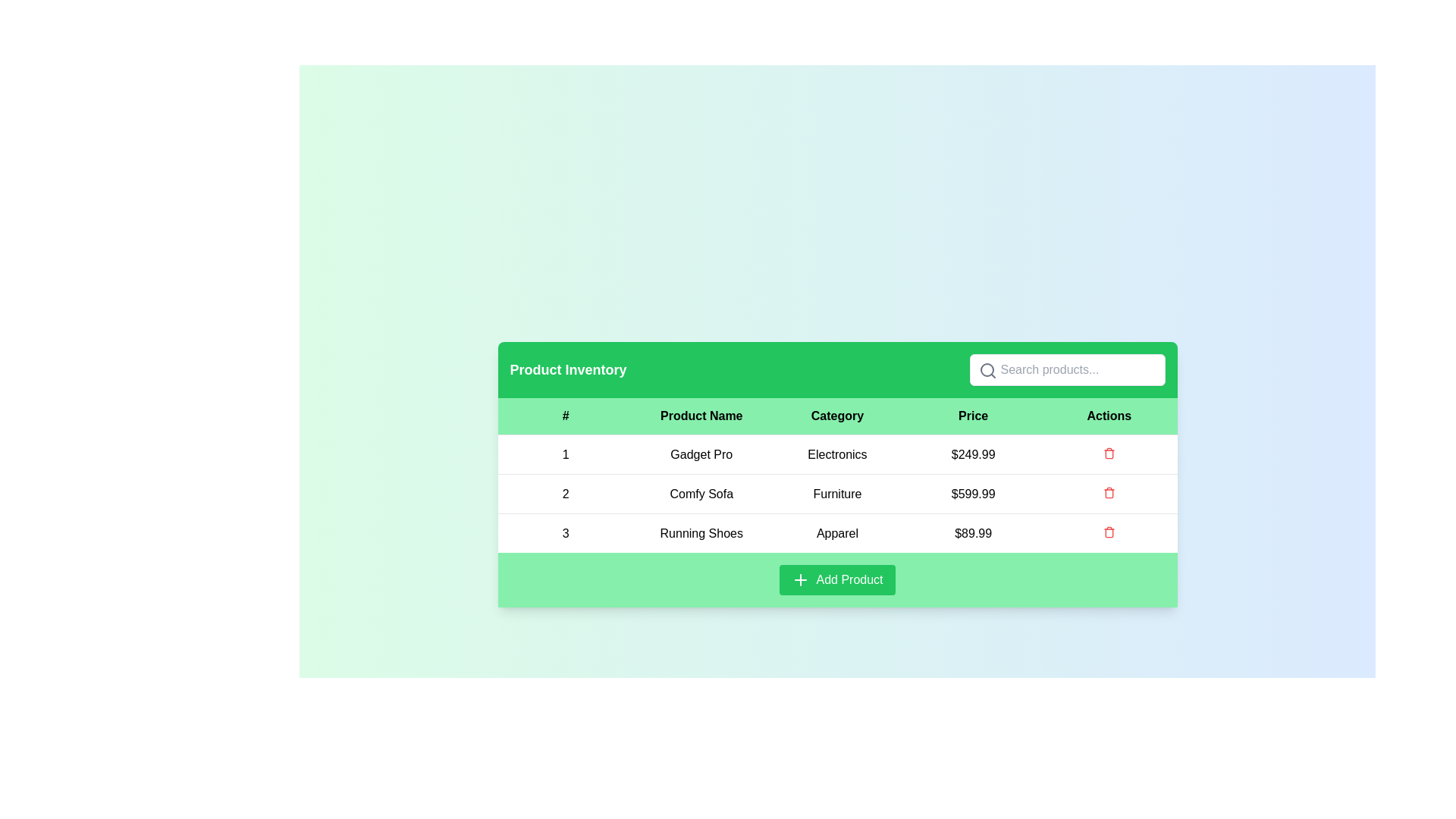 This screenshot has height=819, width=1456. I want to click on the search bar located in the green header bar titled 'Product Inventory' to focus on it, so click(1066, 370).